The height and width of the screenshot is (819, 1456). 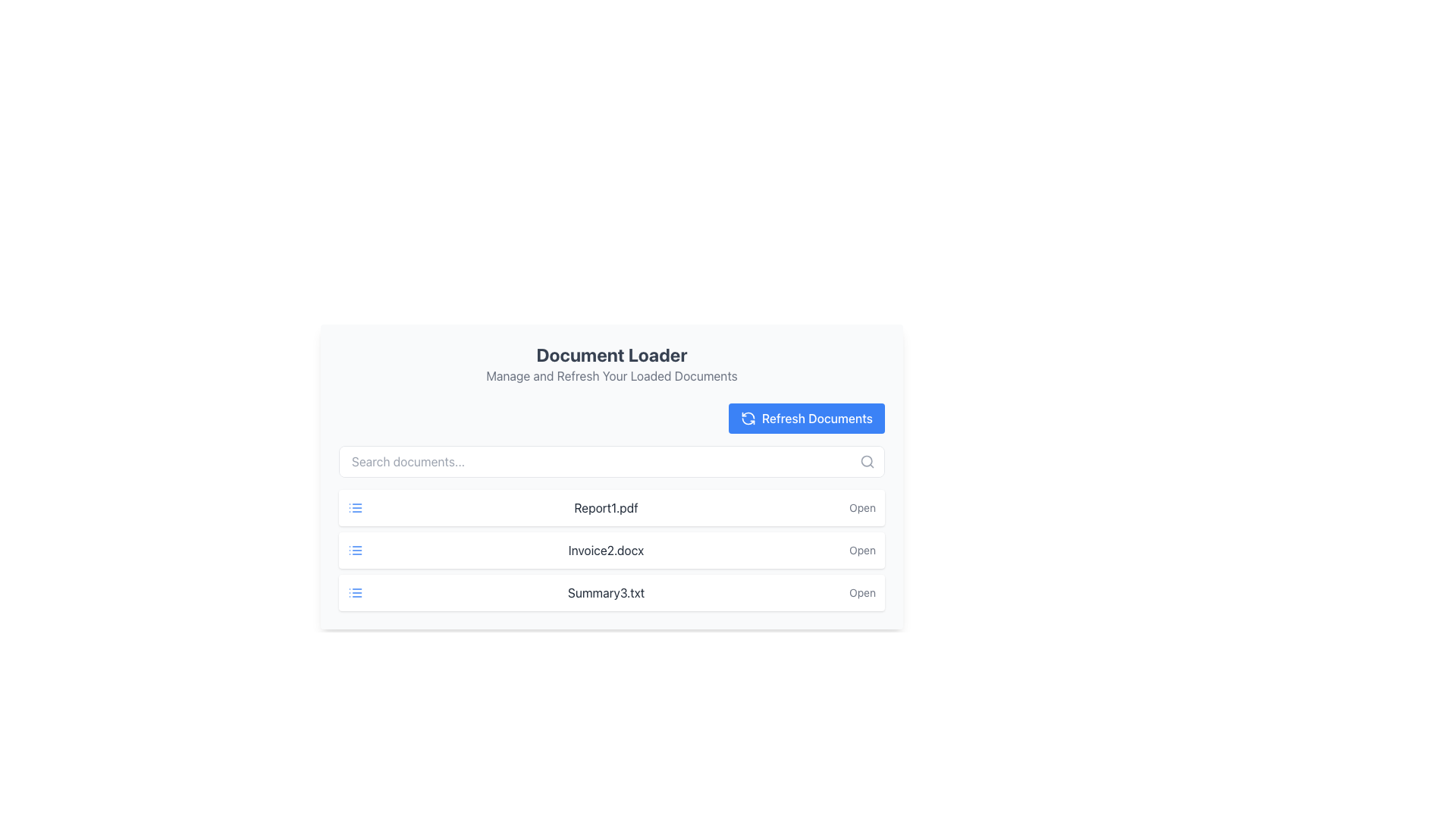 What do you see at coordinates (862, 508) in the screenshot?
I see `the button located on the rightmost side of the row corresponding to 'Report1.pdf'` at bounding box center [862, 508].